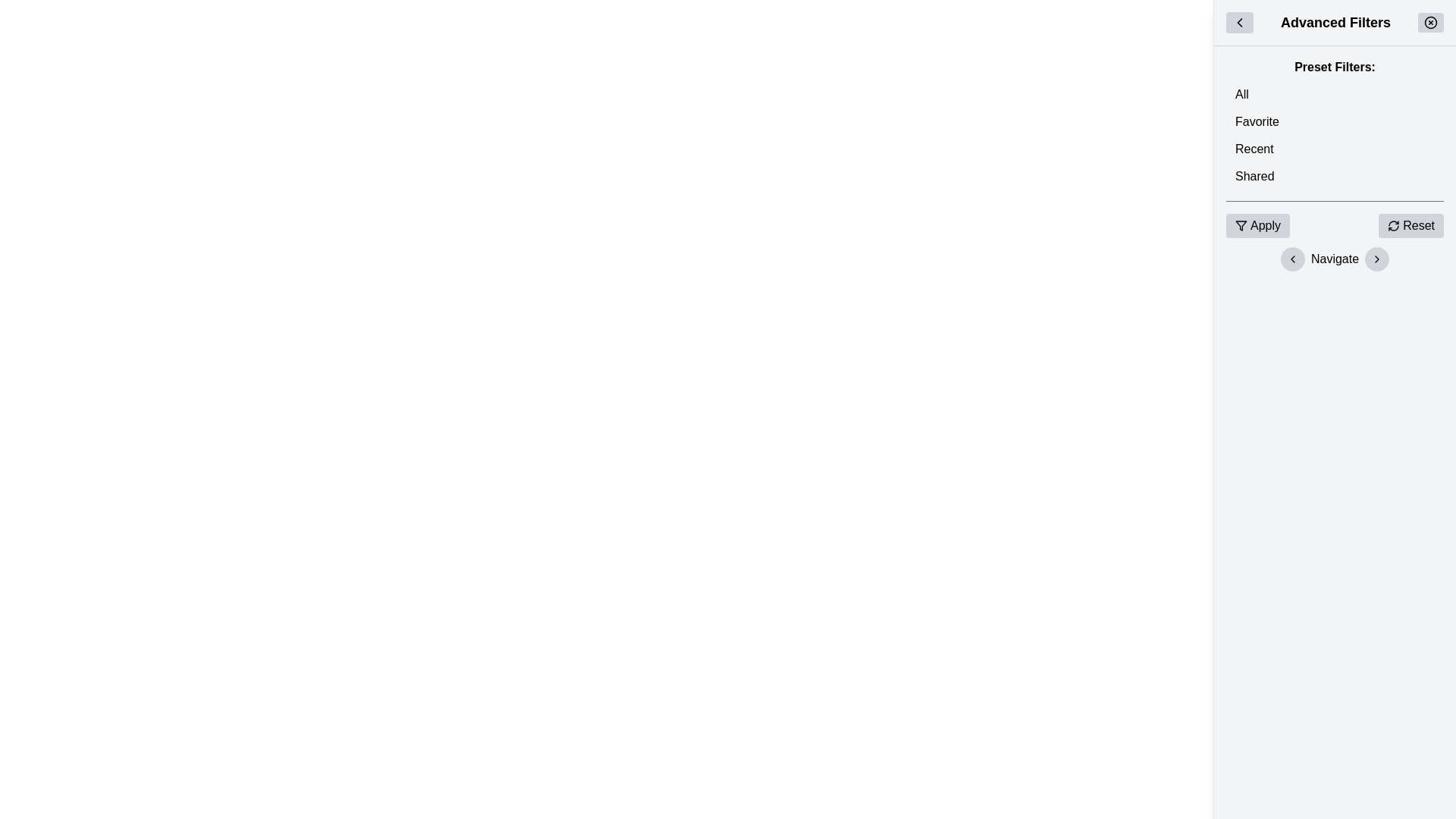 The image size is (1456, 819). I want to click on the filter button labeled 'Shared' in the right-hand sidebar to observe the background color change, so click(1335, 175).